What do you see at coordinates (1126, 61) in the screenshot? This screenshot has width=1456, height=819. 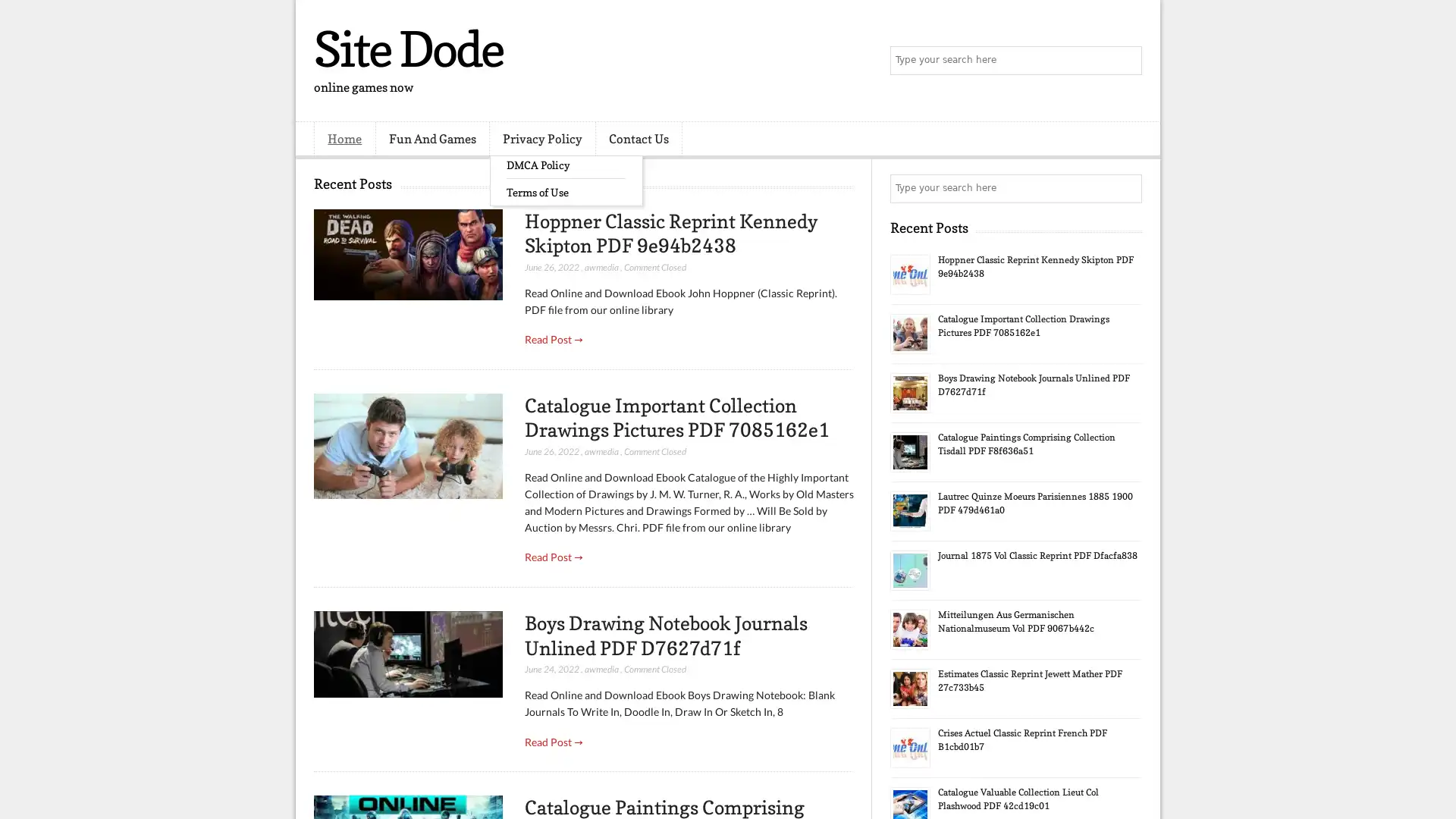 I see `Search` at bounding box center [1126, 61].